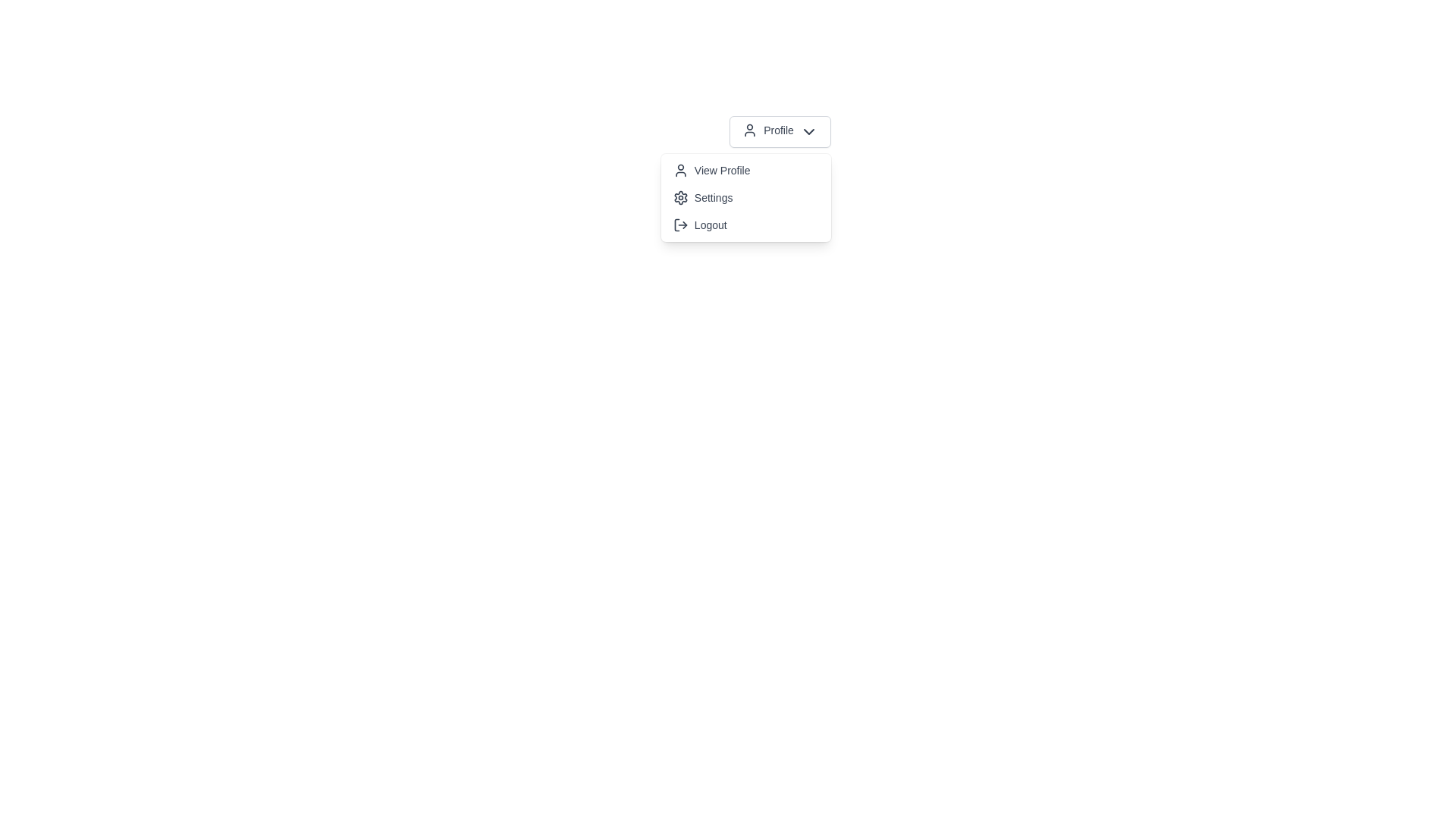 The height and width of the screenshot is (819, 1456). What do you see at coordinates (745, 225) in the screenshot?
I see `the 'Logout' button in the Profile menu, which is the third item listed below 'View Profile' and 'Settings'` at bounding box center [745, 225].